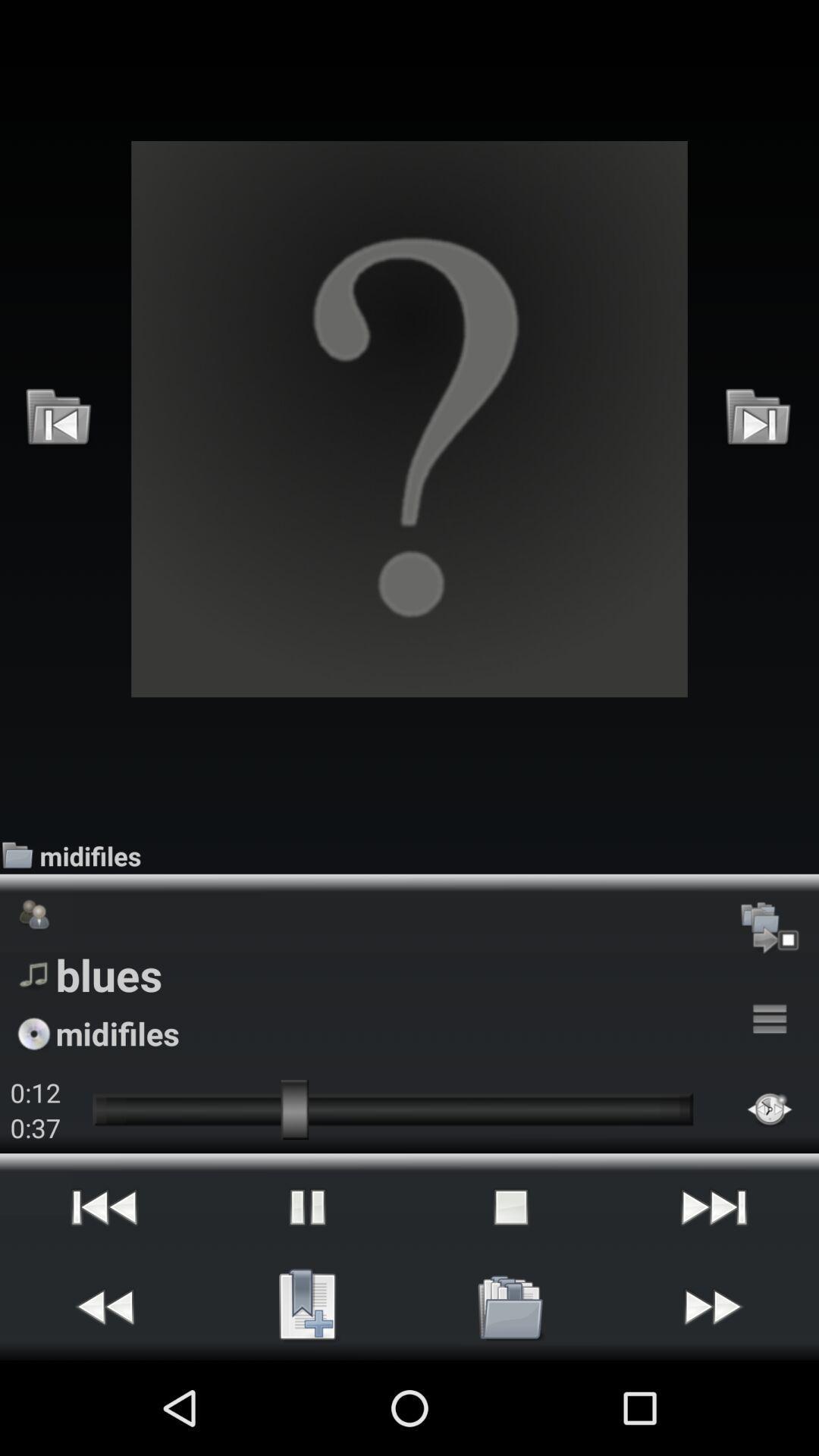 The image size is (819, 1456). Describe the element at coordinates (104, 1206) in the screenshot. I see `the item below the 0:37 icon` at that location.